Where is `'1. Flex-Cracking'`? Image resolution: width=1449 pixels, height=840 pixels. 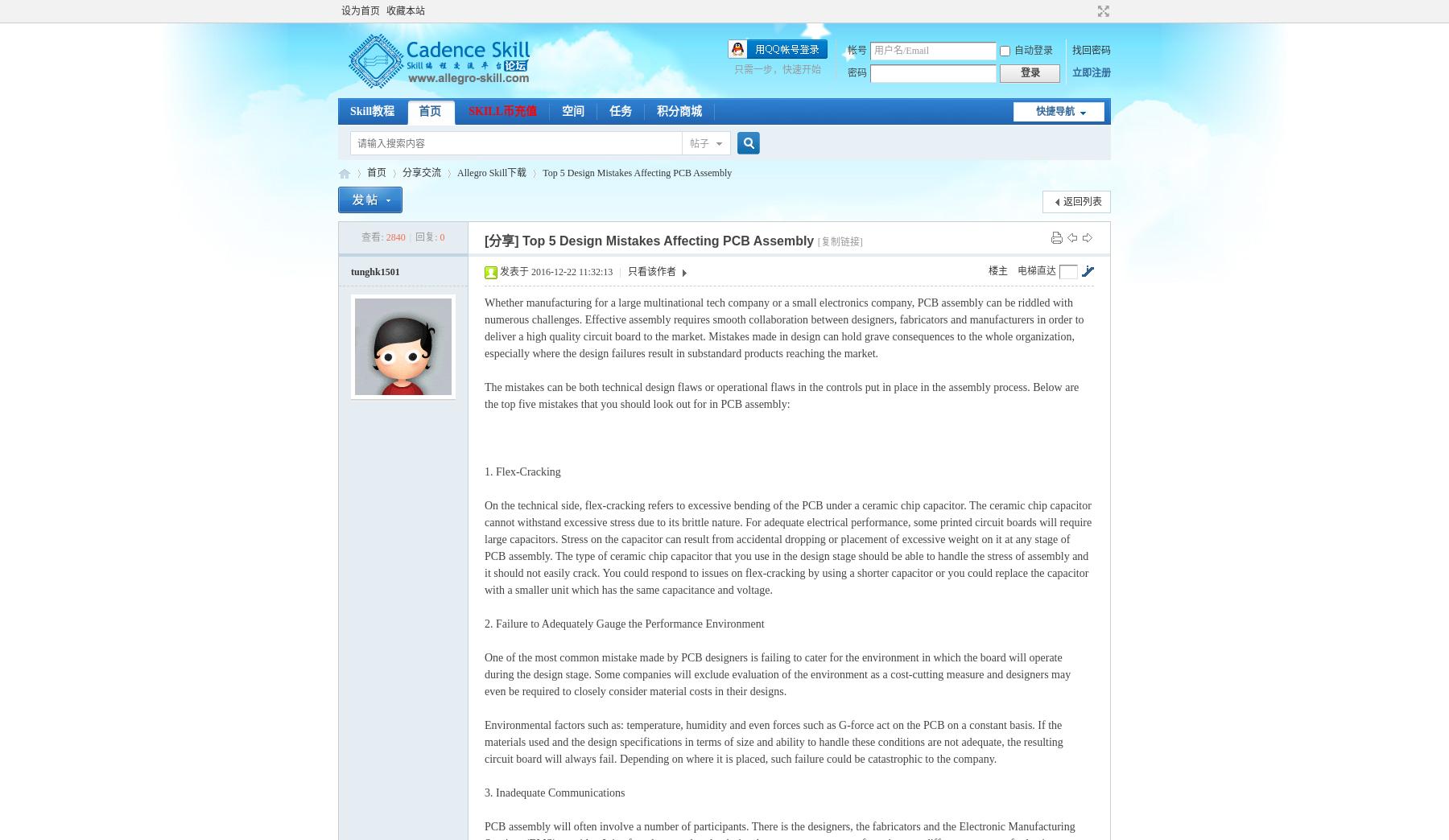 '1. Flex-Cracking' is located at coordinates (522, 471).